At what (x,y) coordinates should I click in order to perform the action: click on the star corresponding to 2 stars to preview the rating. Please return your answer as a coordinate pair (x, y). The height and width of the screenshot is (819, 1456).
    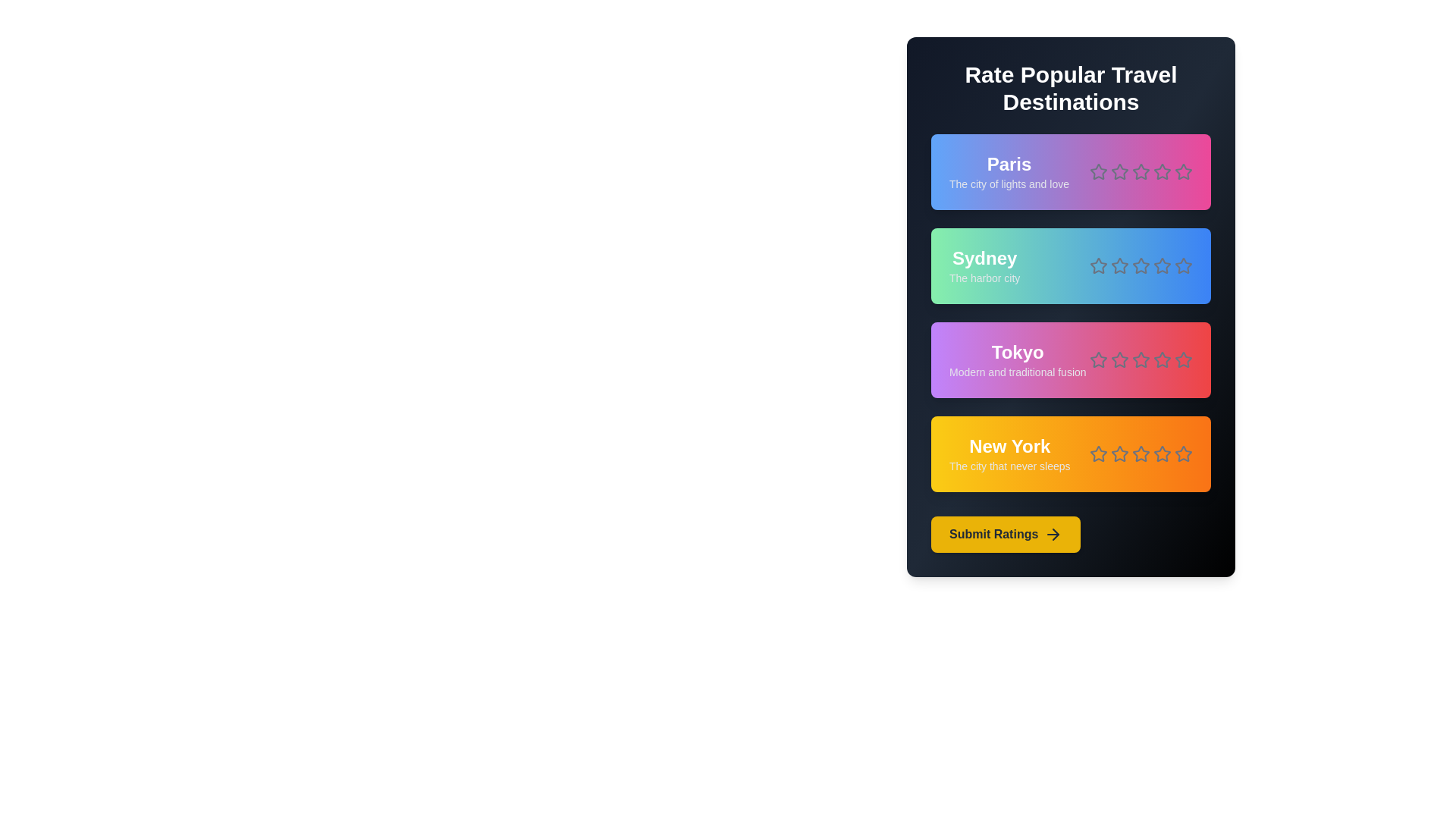
    Looking at the image, I should click on (1120, 171).